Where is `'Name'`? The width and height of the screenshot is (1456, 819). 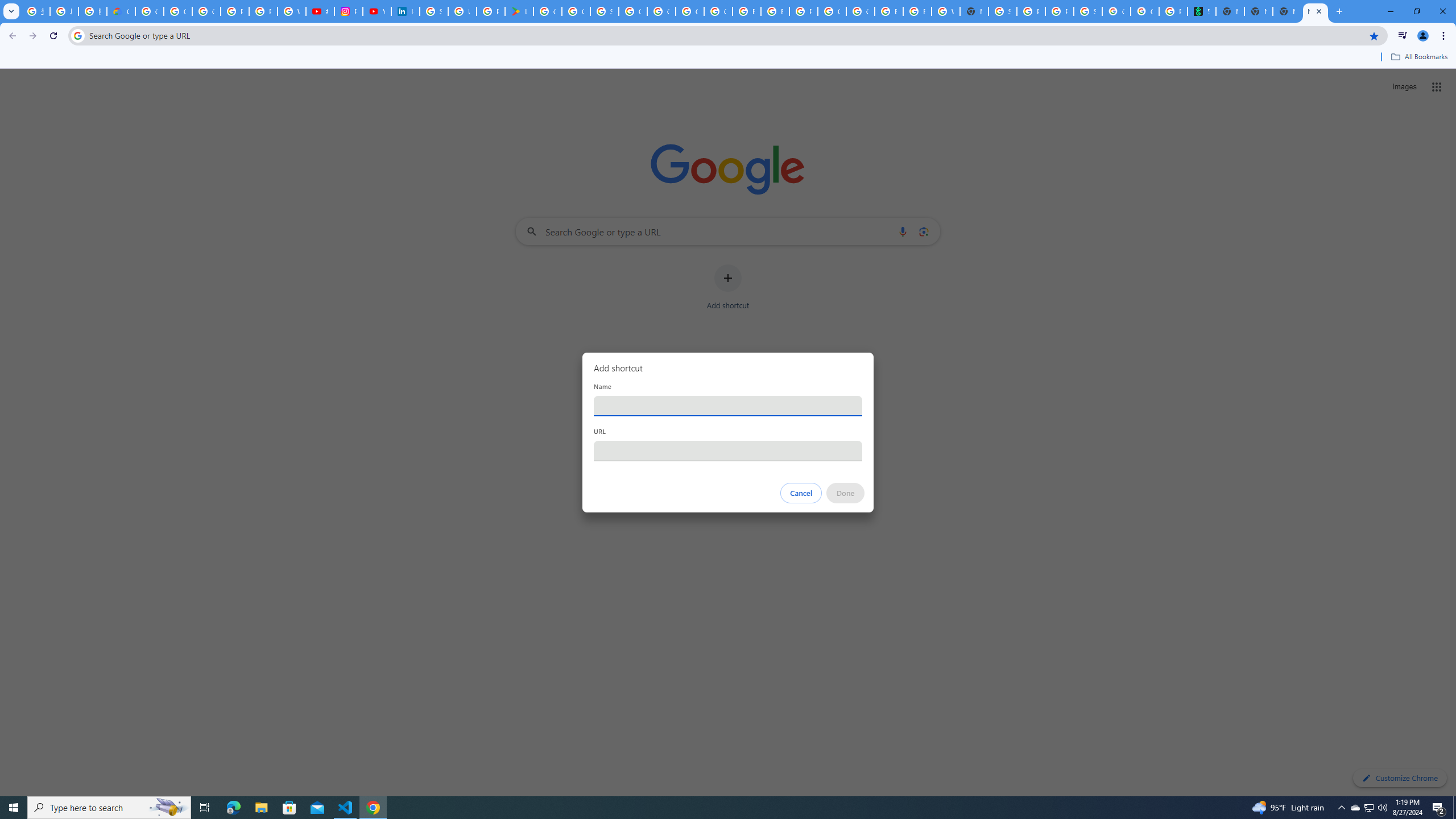
'Name' is located at coordinates (728, 405).